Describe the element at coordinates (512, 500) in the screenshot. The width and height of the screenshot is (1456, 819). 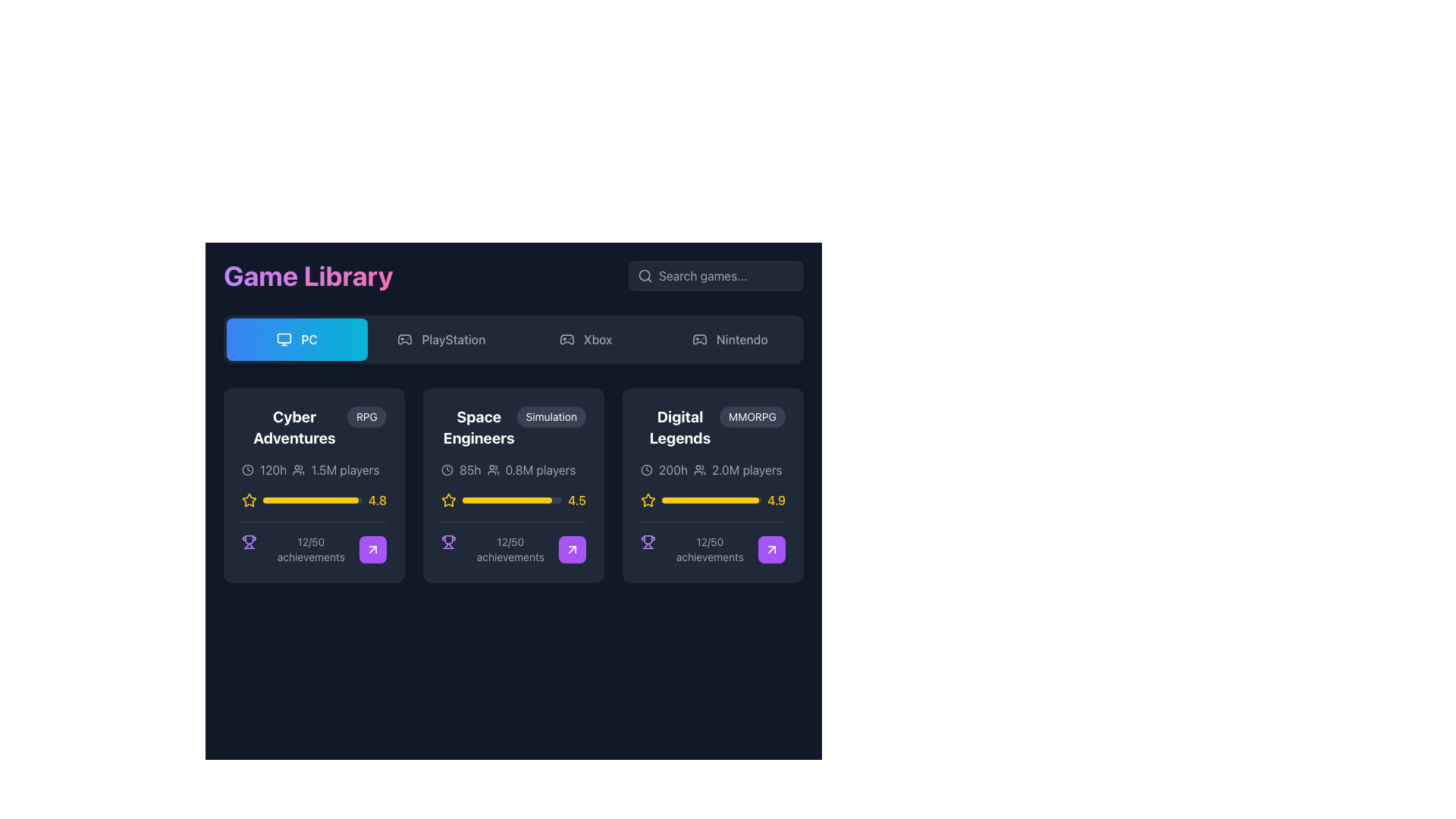
I see `the progress bar that visually indicates a rating of 4.5 for a game, located in the middle card of the game library interface, positioned between a yellow star icon and the numerical score '4.5'` at that location.